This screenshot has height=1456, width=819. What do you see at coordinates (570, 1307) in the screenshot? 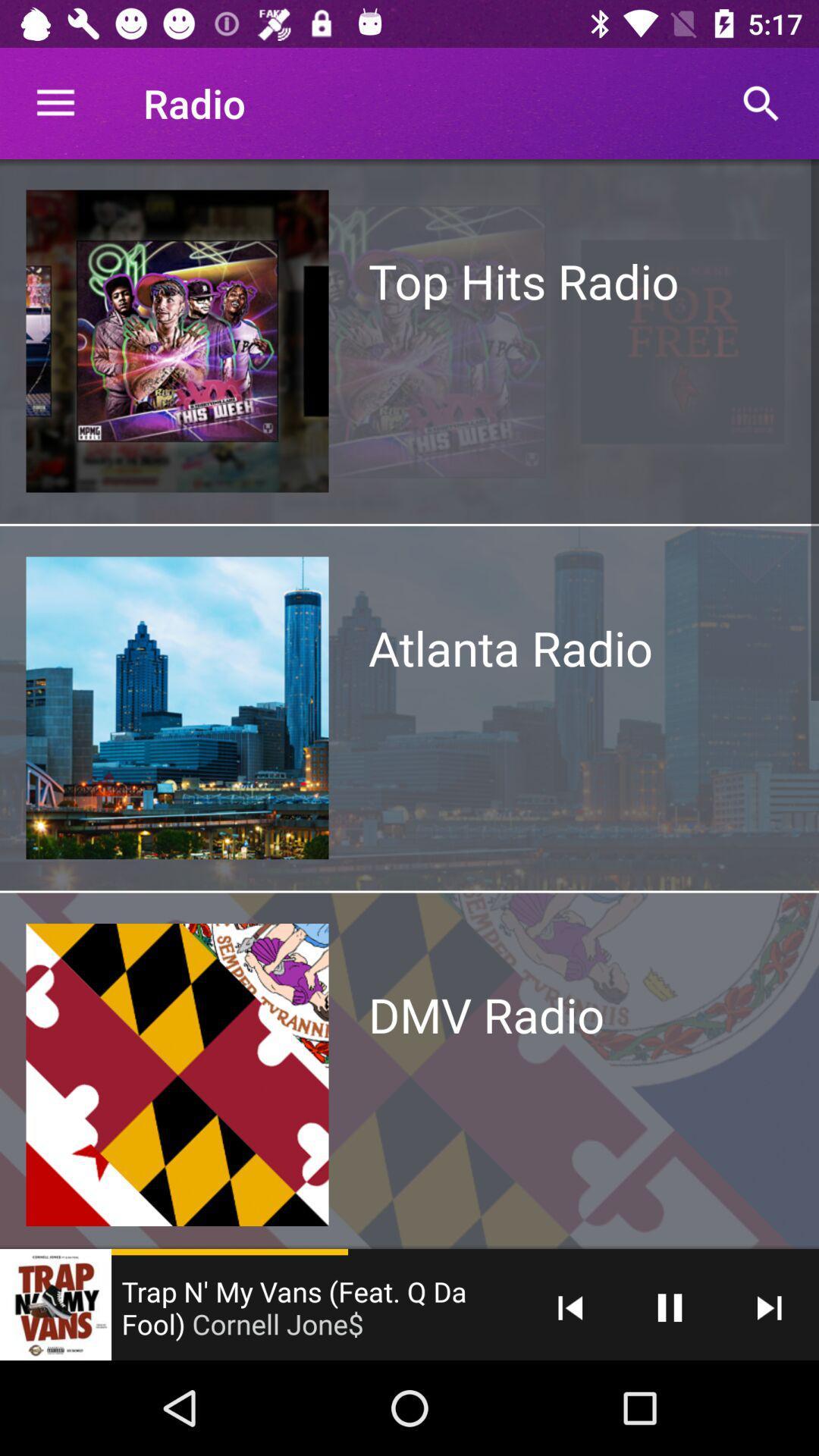
I see `the button which is next to the trap n my vans feat q da fool cornell jone` at bounding box center [570, 1307].